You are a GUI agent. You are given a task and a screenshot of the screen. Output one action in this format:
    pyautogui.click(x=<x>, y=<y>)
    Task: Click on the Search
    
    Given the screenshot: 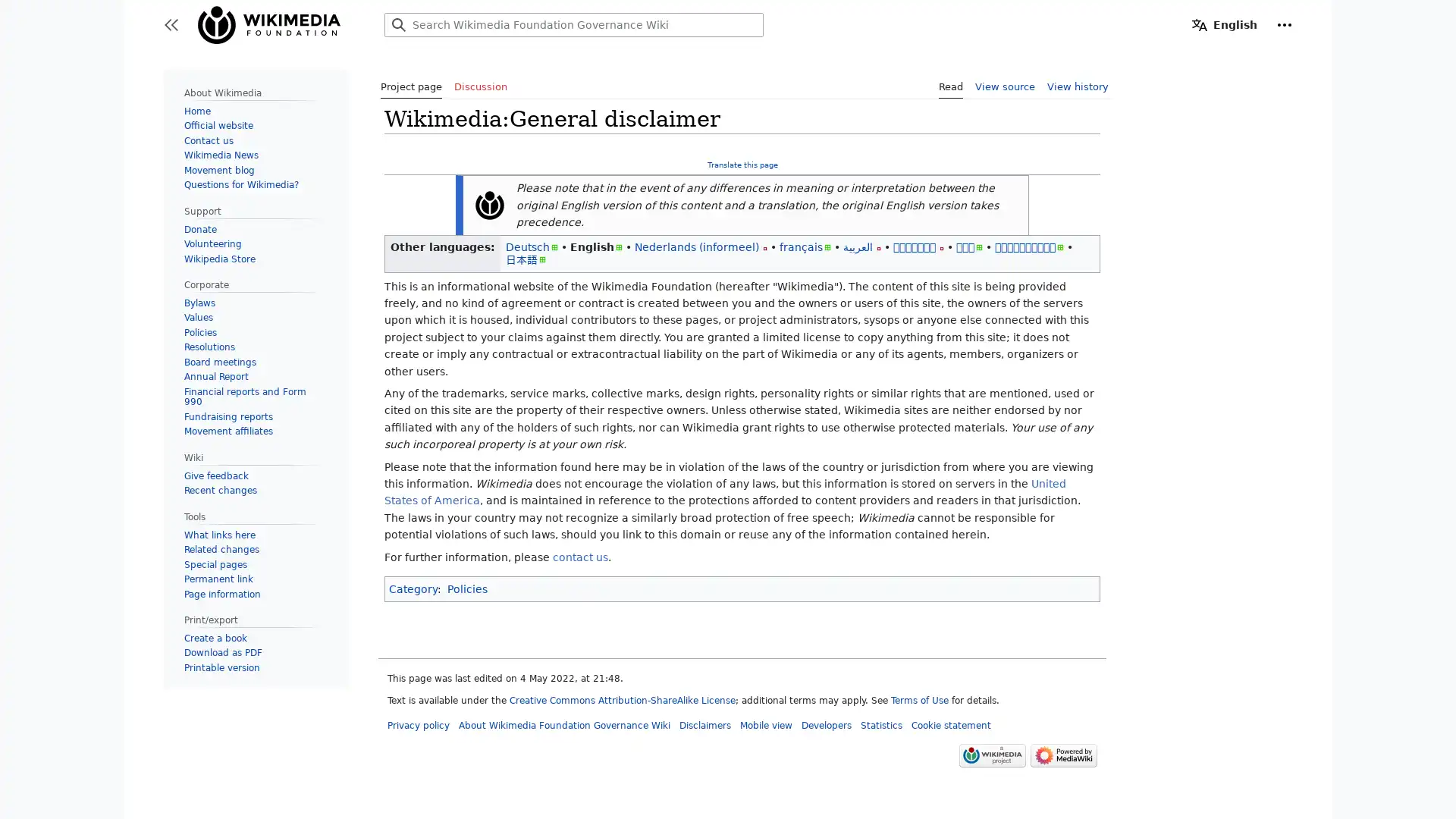 What is the action you would take?
    pyautogui.click(x=399, y=25)
    